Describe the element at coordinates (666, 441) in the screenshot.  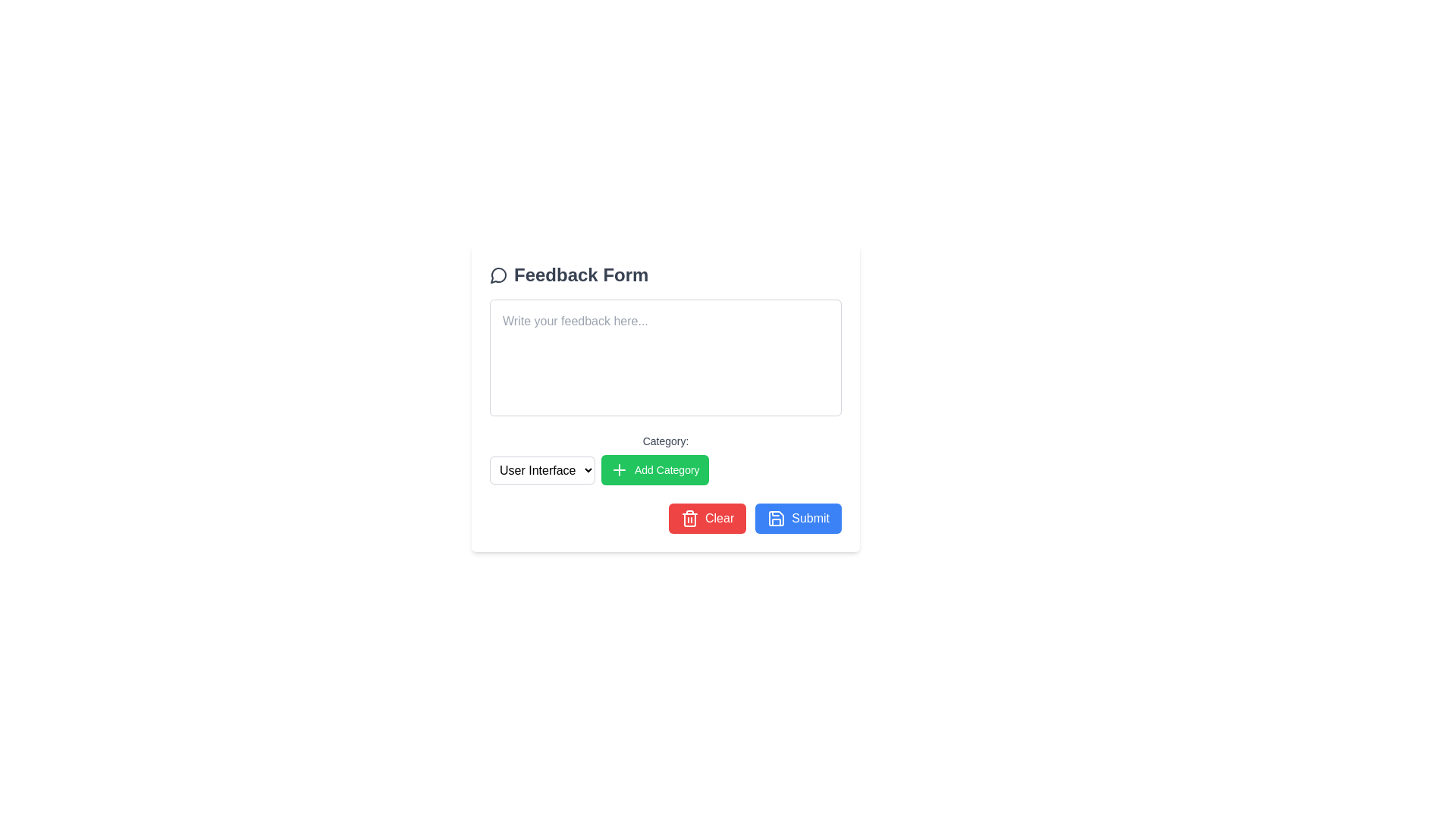
I see `the label that indicates the purpose of the adjacent dropdown menu in the 'Feedback Form' interface, positioned above the 'User Interface' dropdown and the 'Add Category' button` at that location.